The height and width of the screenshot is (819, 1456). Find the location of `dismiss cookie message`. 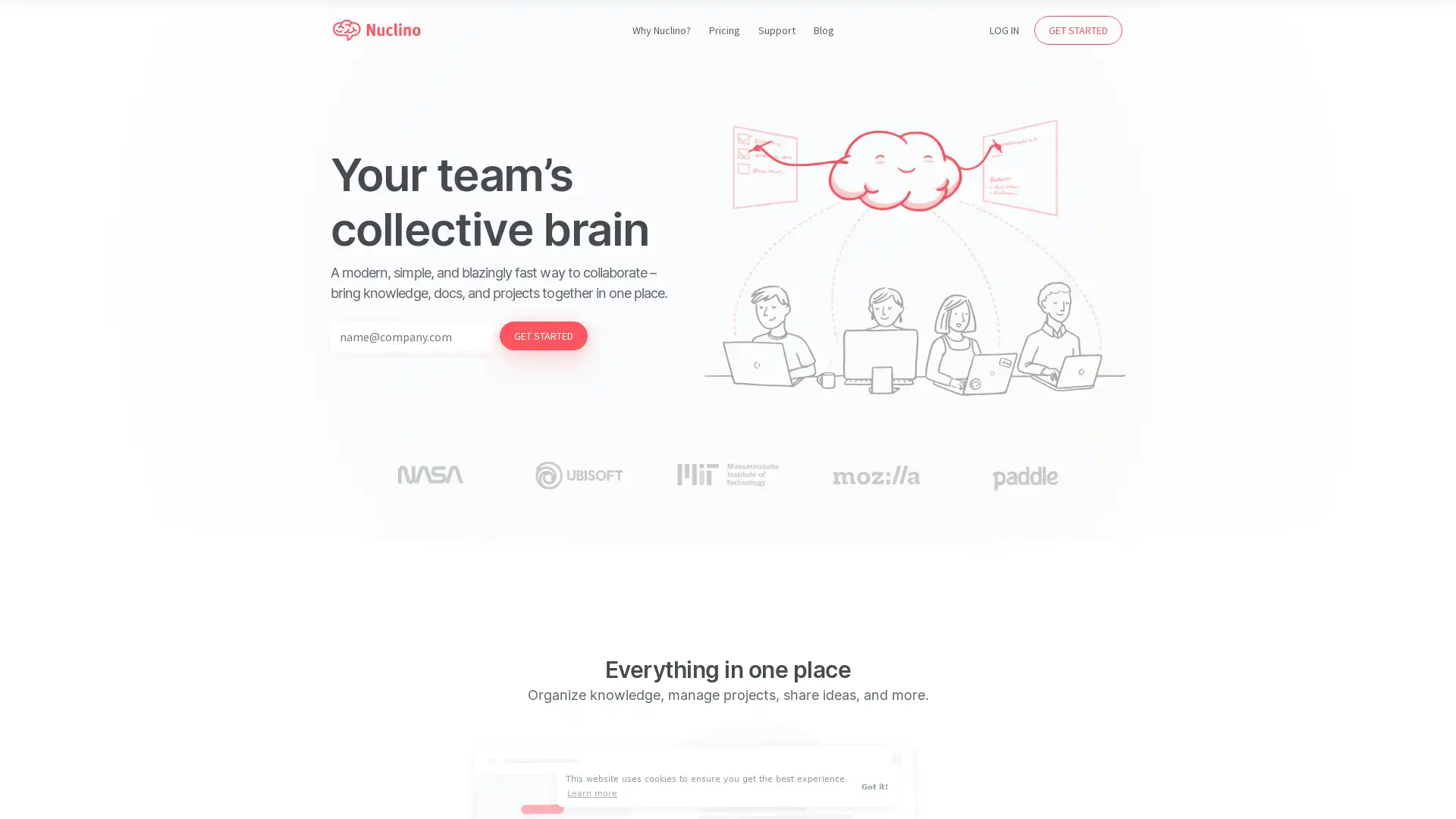

dismiss cookie message is located at coordinates (877, 786).